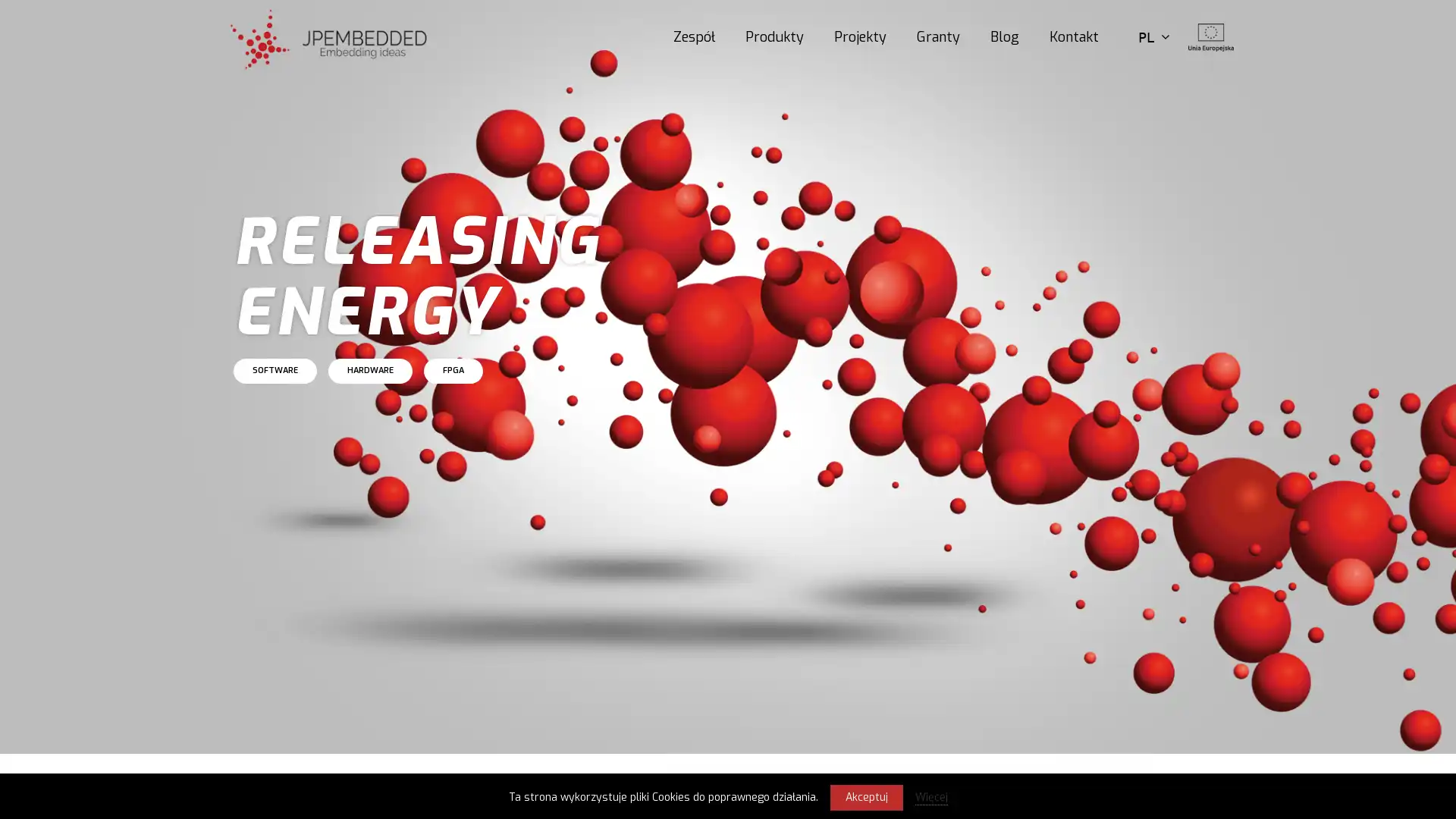 The height and width of the screenshot is (819, 1456). I want to click on PL, so click(1153, 36).